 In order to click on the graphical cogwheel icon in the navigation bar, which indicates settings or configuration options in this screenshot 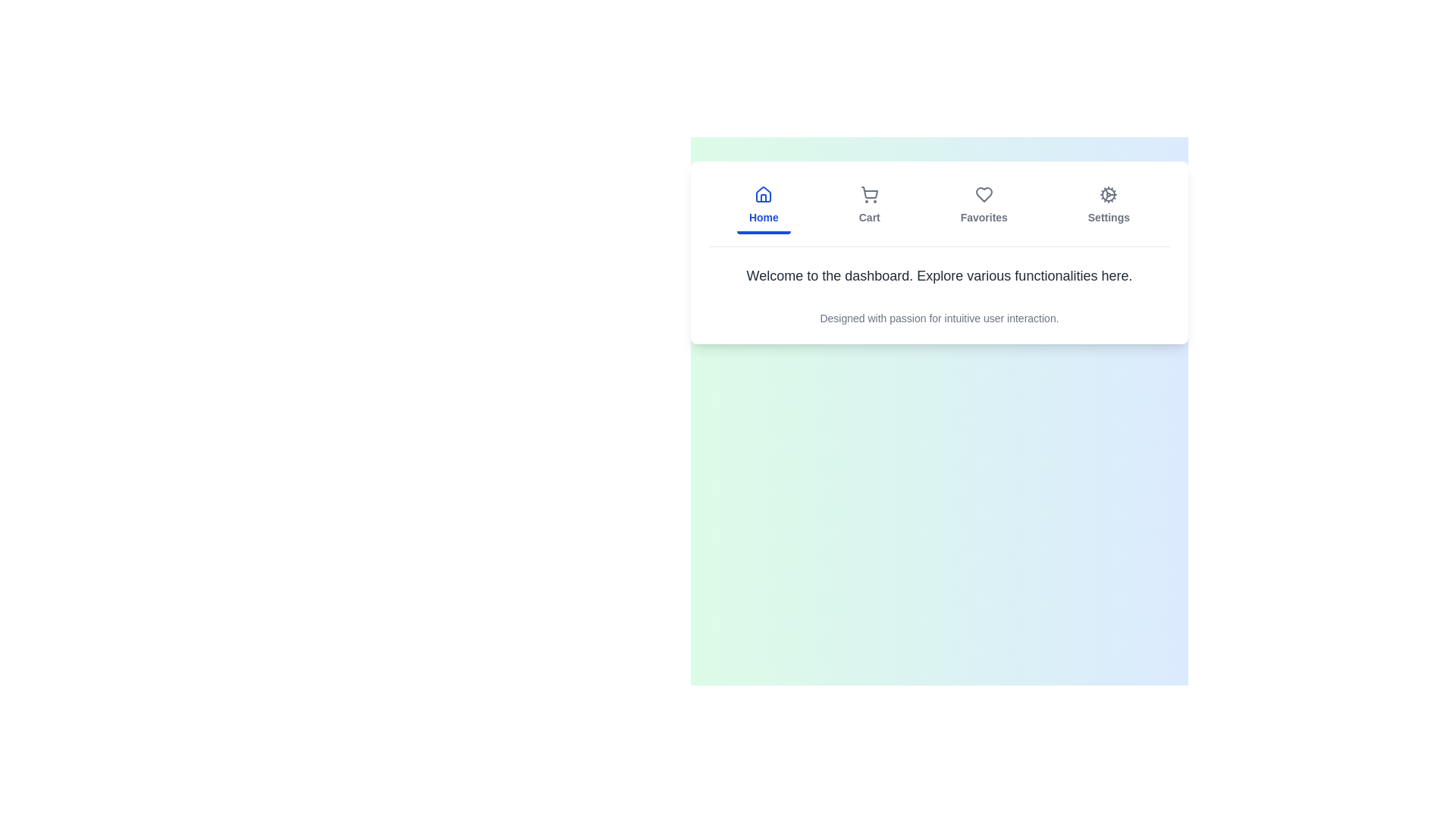, I will do `click(1109, 194)`.